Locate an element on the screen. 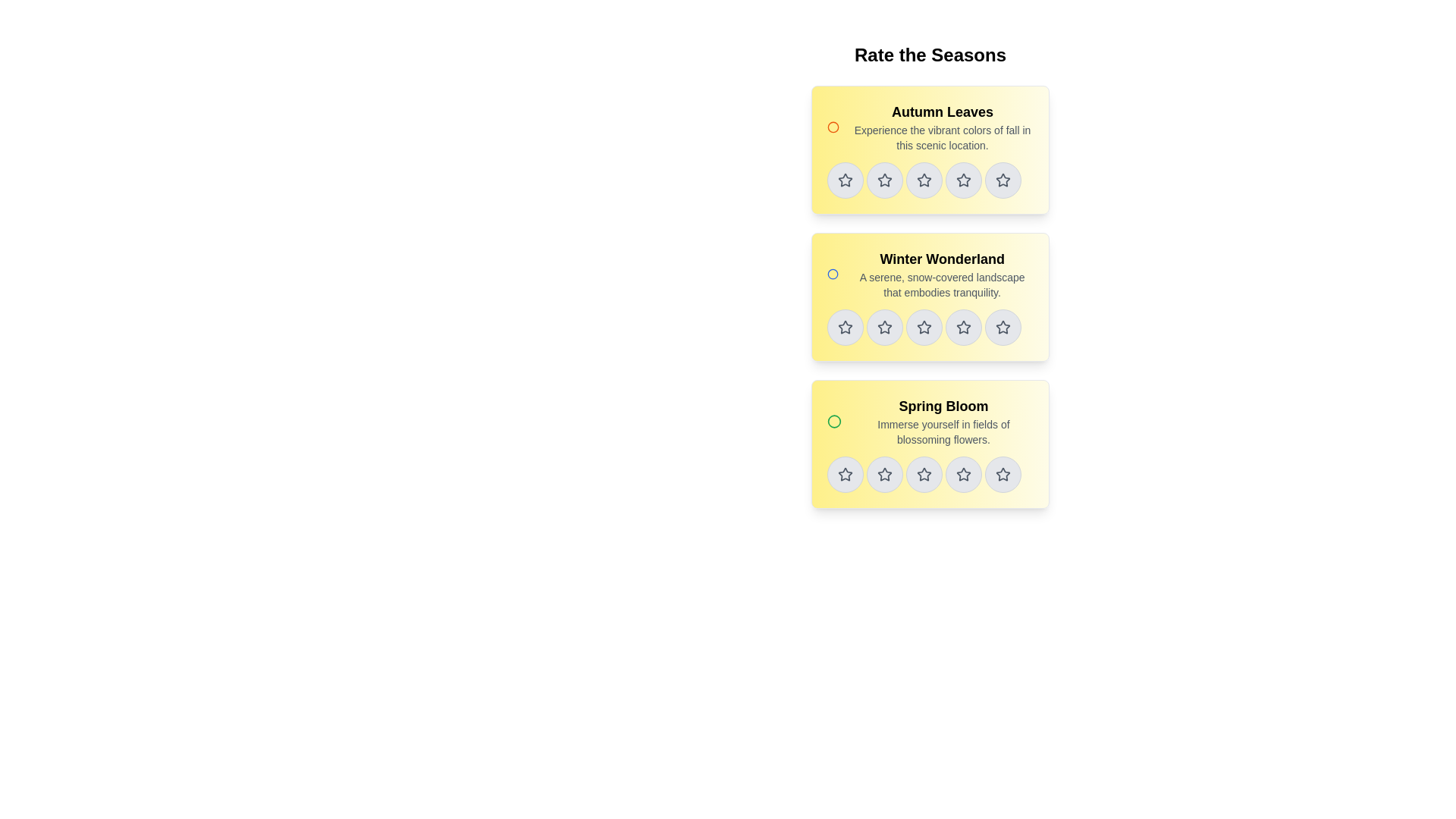  the Label/Text Header that serves as the title for the 'Winter Wonderland' card, which is the second card in a vertical stack of three is located at coordinates (941, 259).